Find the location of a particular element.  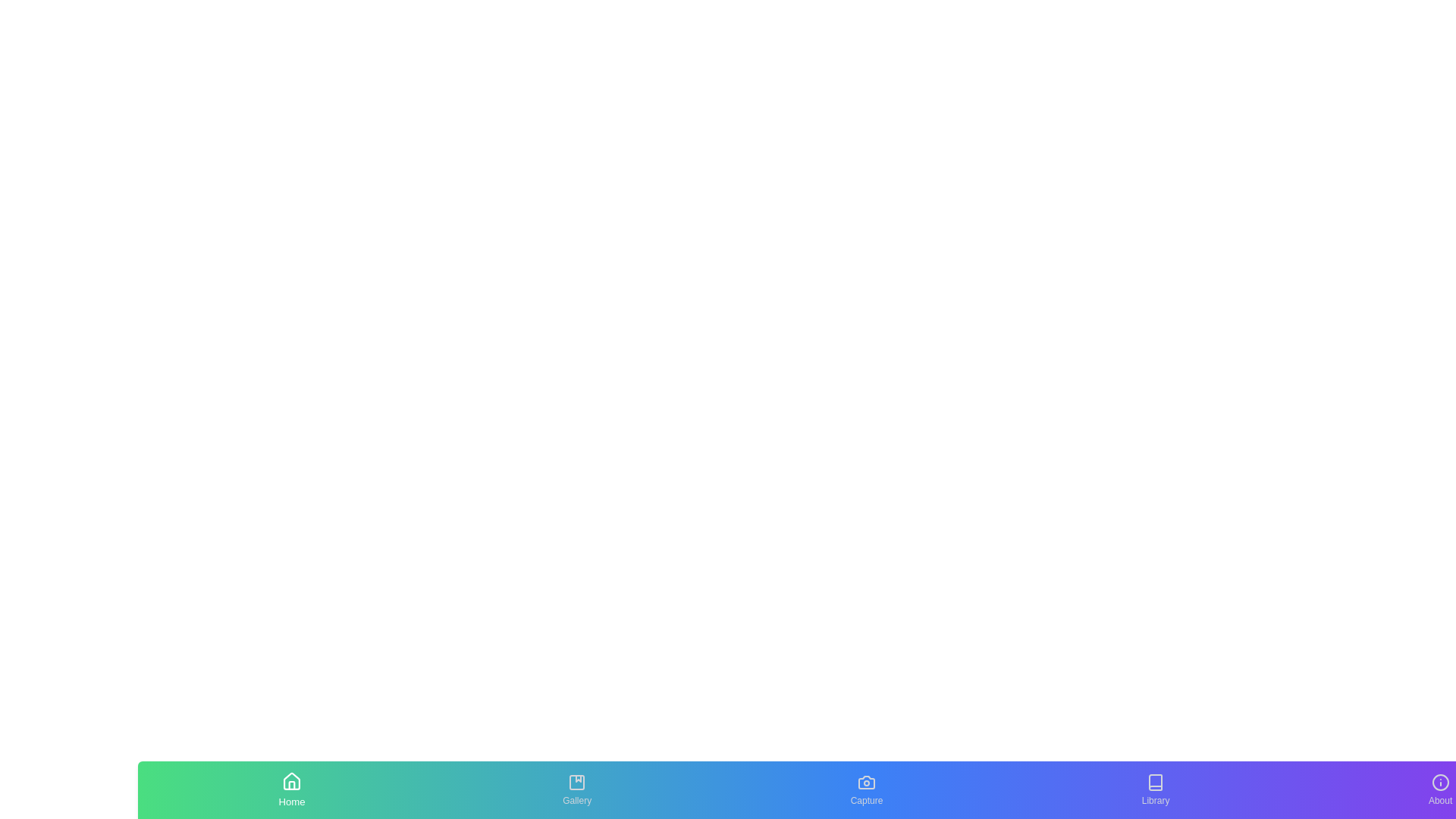

the tab labeled Gallery to inspect its text is located at coordinates (576, 789).